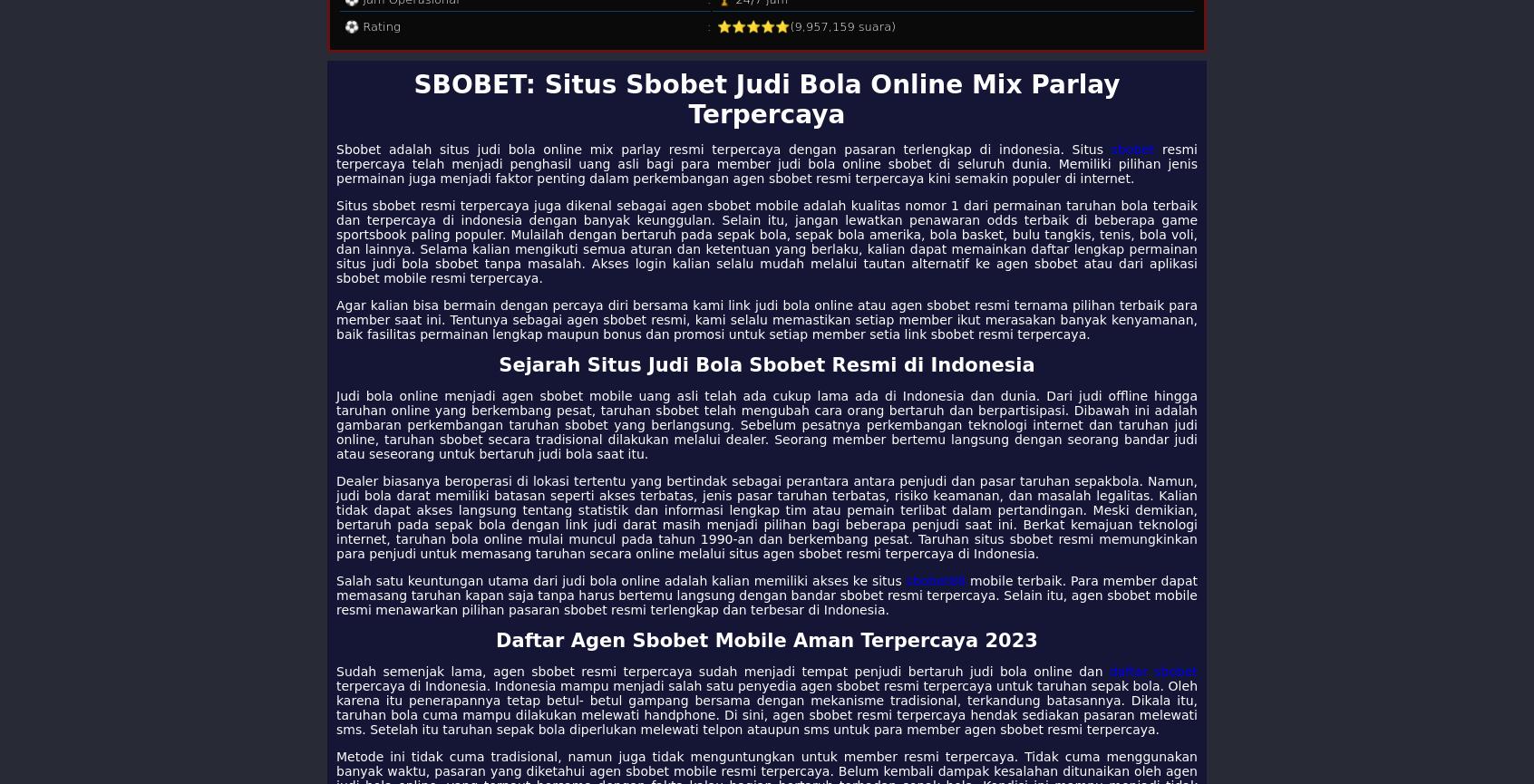 This screenshot has height=784, width=1534. I want to click on 'Agar kalian bisa bermain dengan percaya diri bersama kami link judi bola online atau agen sbobet resmi ternama pilihan terbaik para member saat ini. Tentunya sebagai agen sbobet resmi, kami selalu memastikan setiap member ikut merasakan banyak kenyamanan, baik fasilitas permainan lengkap maupun bonus dan promosi untuk setiap member setia link sbobet resmi terpercaya.', so click(767, 320).